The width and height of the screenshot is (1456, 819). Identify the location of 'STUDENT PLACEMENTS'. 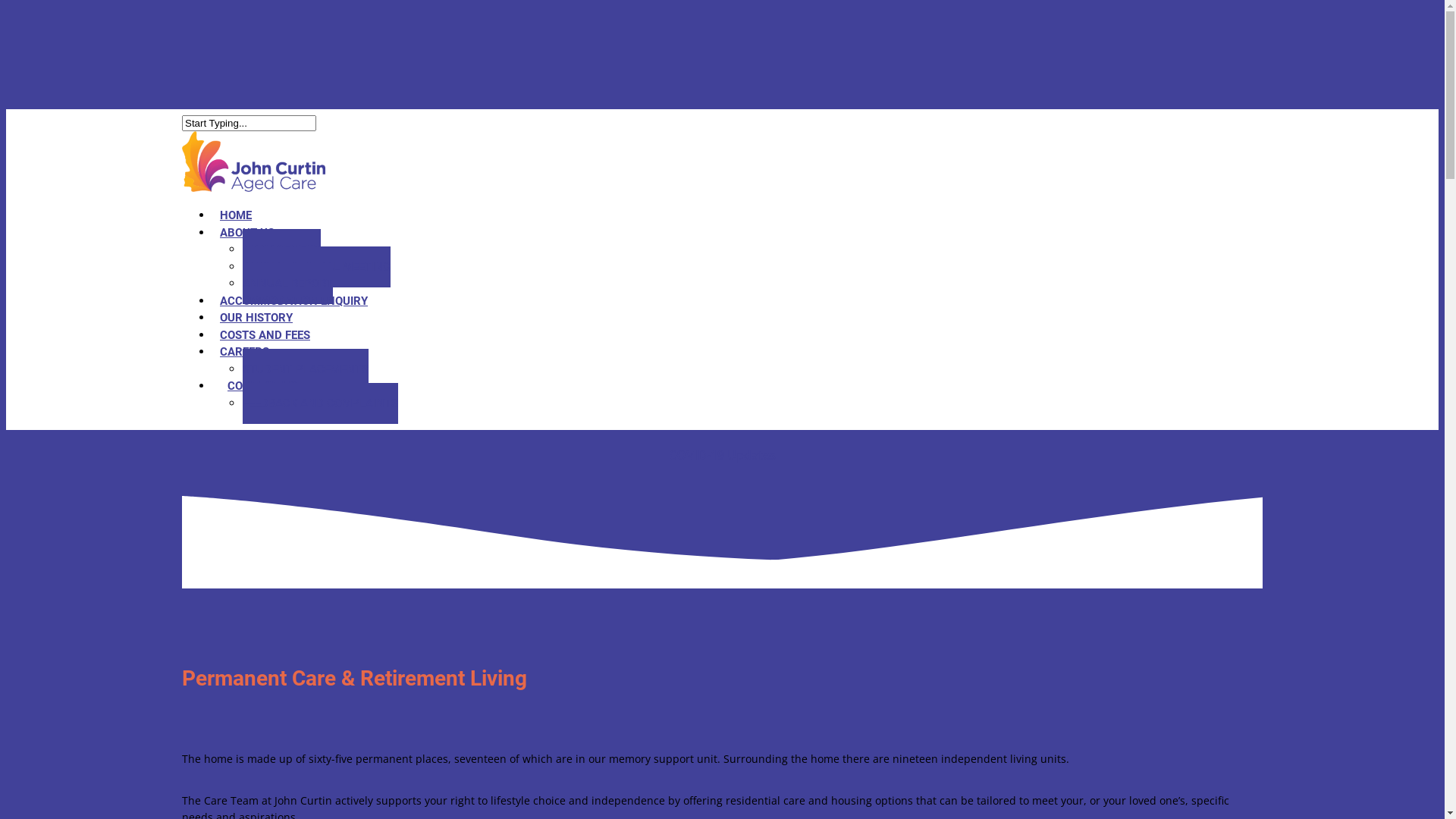
(305, 369).